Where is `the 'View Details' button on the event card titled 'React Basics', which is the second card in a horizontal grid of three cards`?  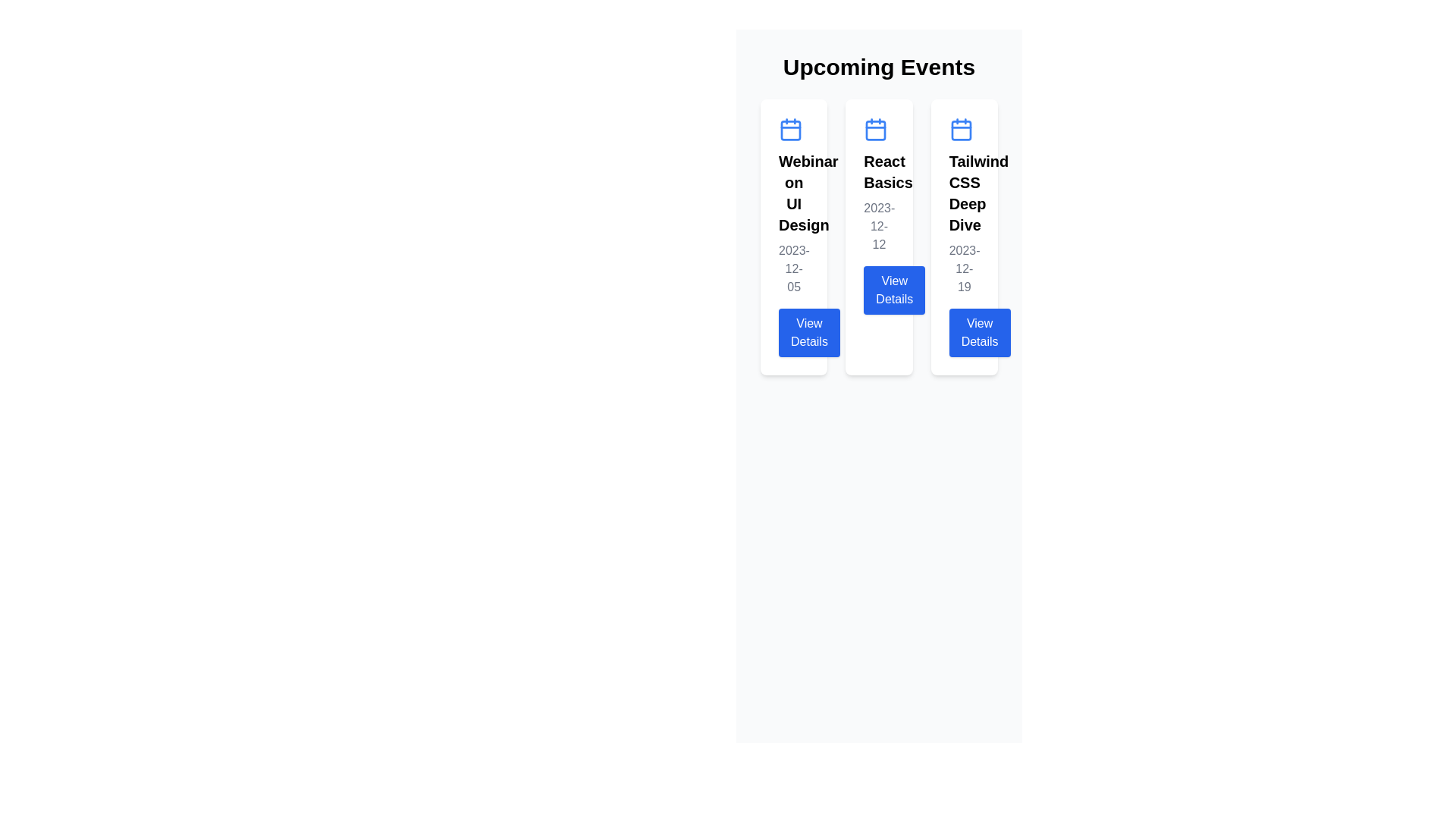
the 'View Details' button on the event card titled 'React Basics', which is the second card in a horizontal grid of three cards is located at coordinates (879, 237).